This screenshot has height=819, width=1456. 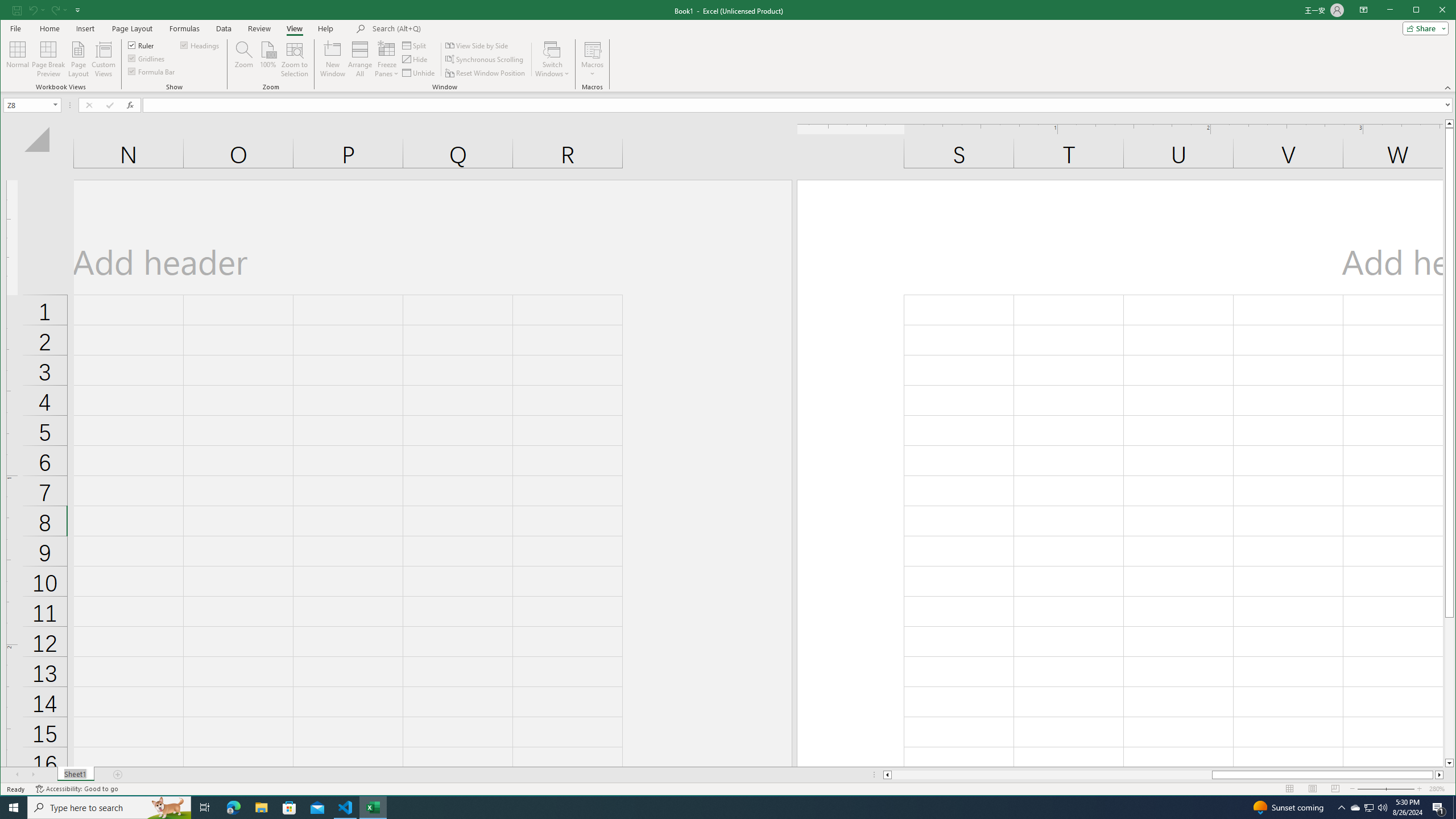 I want to click on 'View Side by Side', so click(x=477, y=45).